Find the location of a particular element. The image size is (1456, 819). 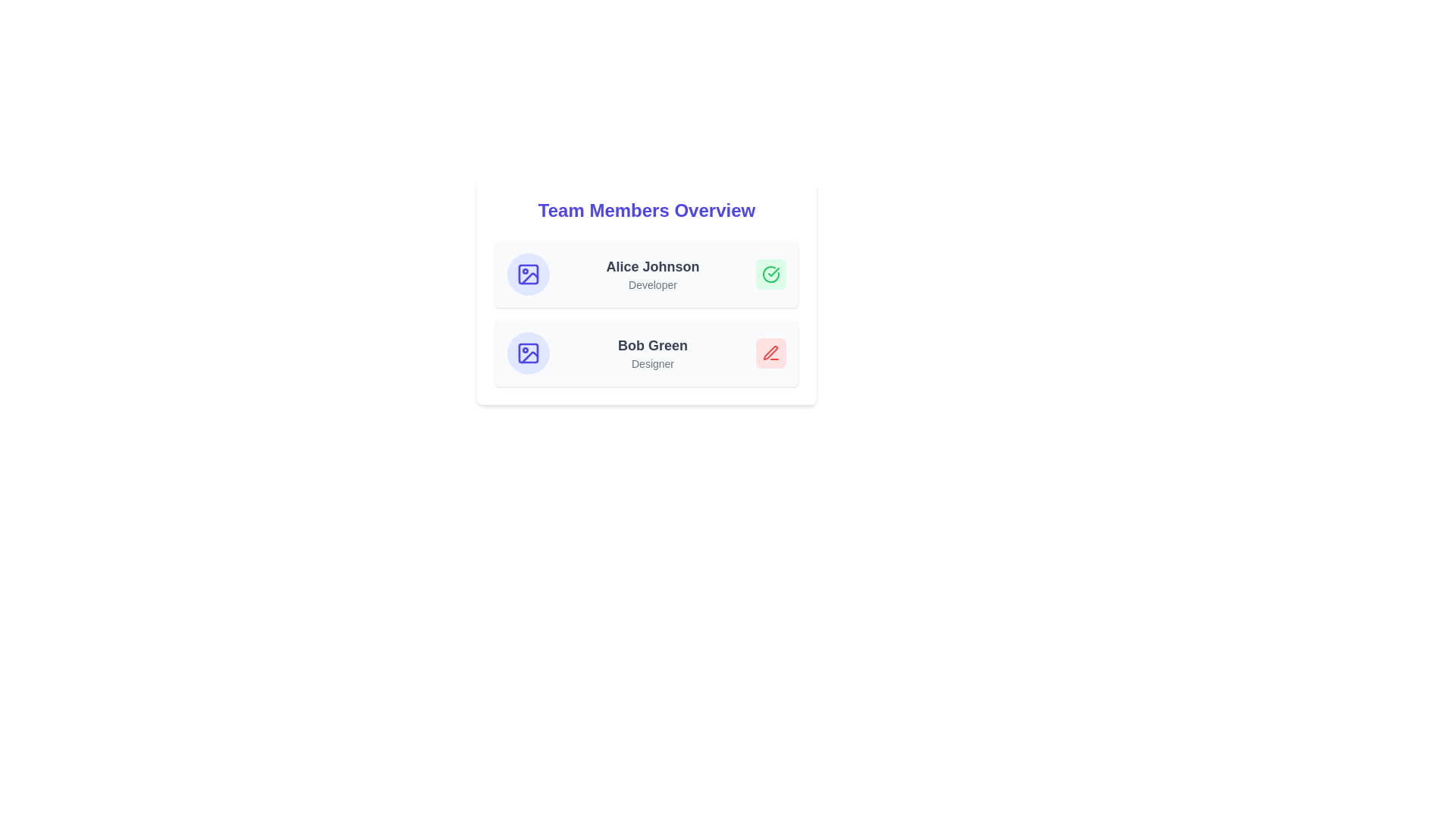

the name of a team member to view additional details is located at coordinates (652, 265).